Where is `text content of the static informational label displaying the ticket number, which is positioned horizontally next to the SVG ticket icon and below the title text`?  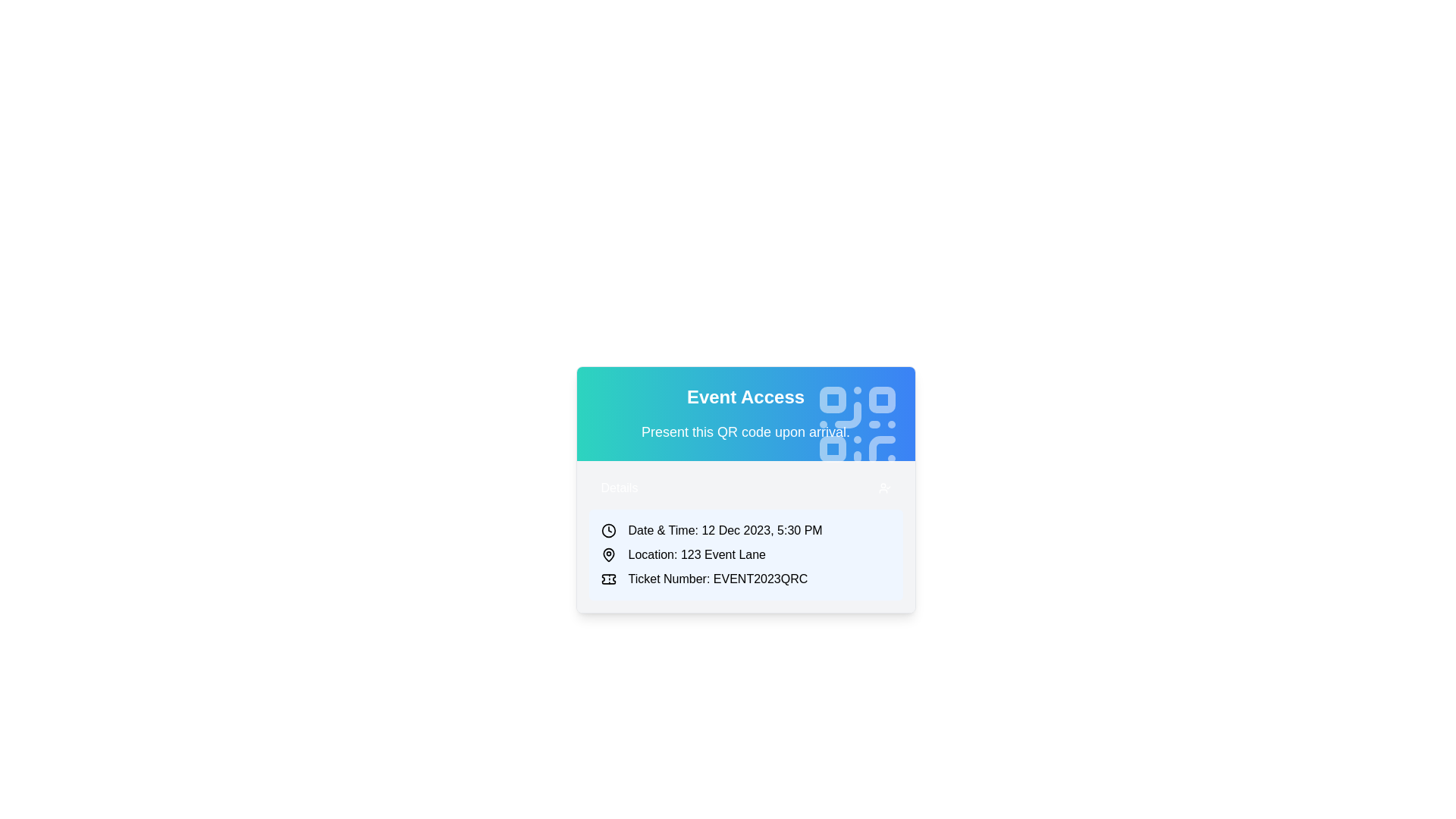 text content of the static informational label displaying the ticket number, which is positioned horizontally next to the SVG ticket icon and below the title text is located at coordinates (717, 579).